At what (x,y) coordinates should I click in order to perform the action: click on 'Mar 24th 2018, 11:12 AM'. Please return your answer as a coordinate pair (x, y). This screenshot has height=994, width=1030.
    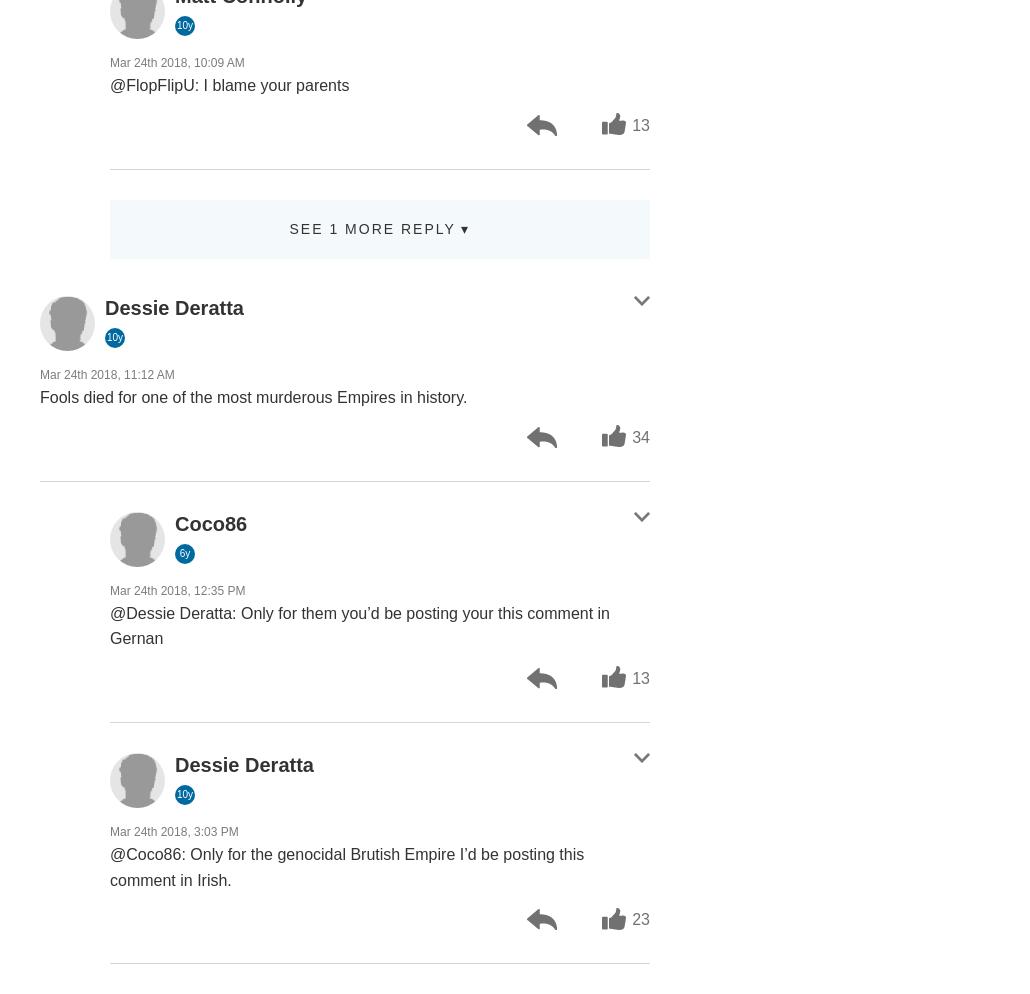
    Looking at the image, I should click on (39, 374).